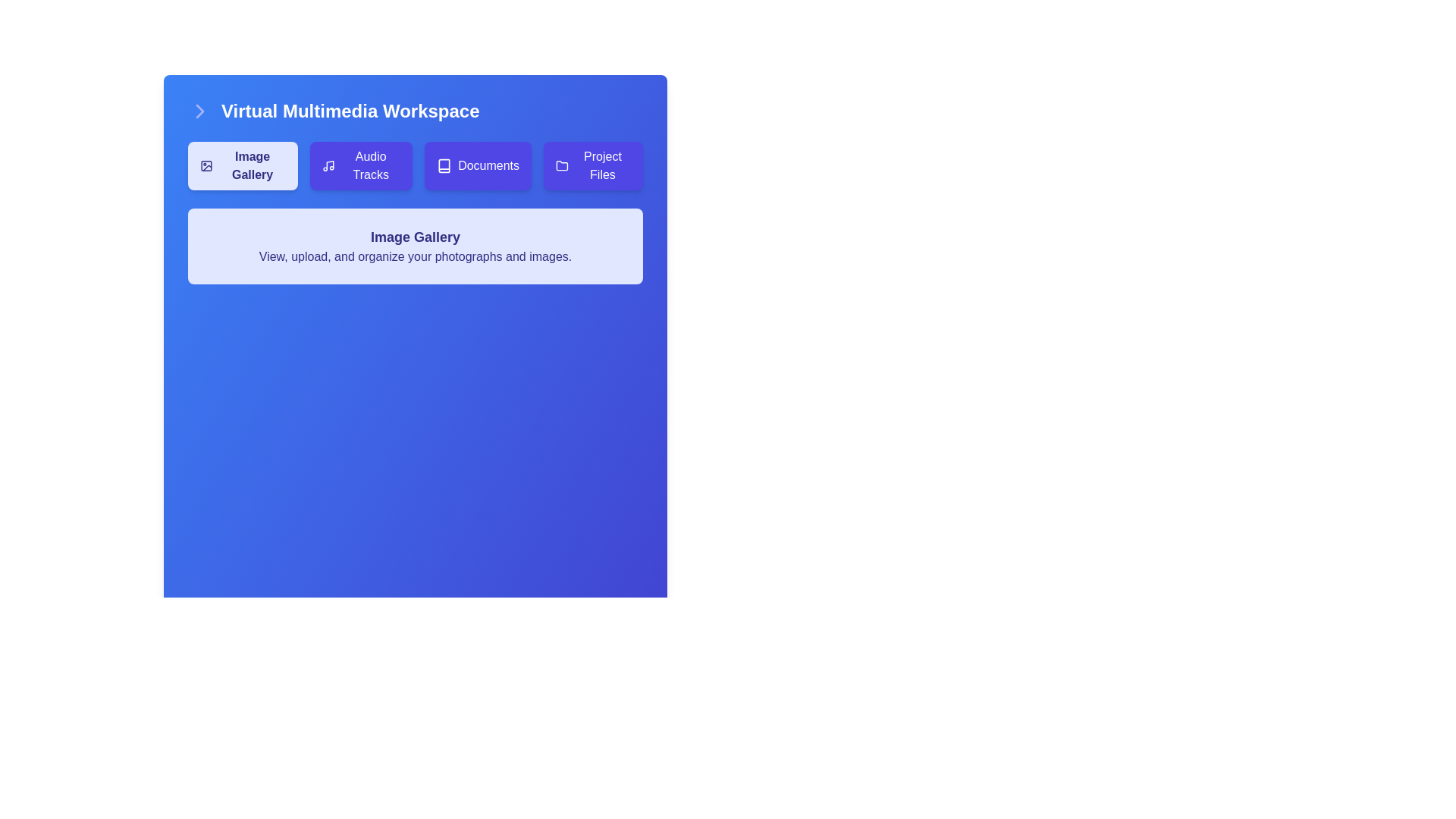 This screenshot has height=819, width=1456. I want to click on the 'Image Gallery' button, represented by an SVG icon in the top left area of the interface below the header 'Virtual Multimedia Workspace', so click(206, 166).